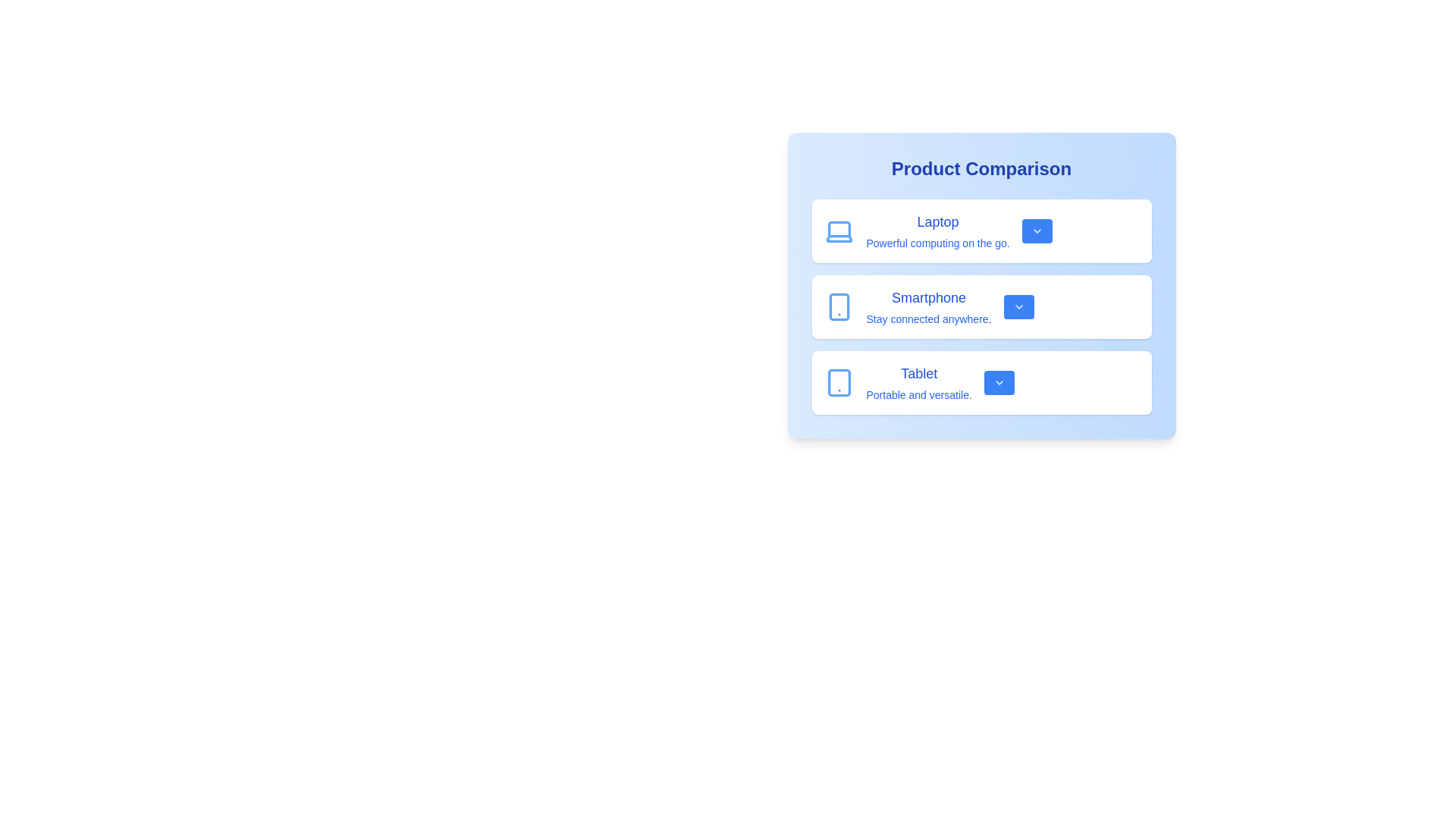 The image size is (1456, 819). What do you see at coordinates (838, 231) in the screenshot?
I see `the product icon for Laptop` at bounding box center [838, 231].